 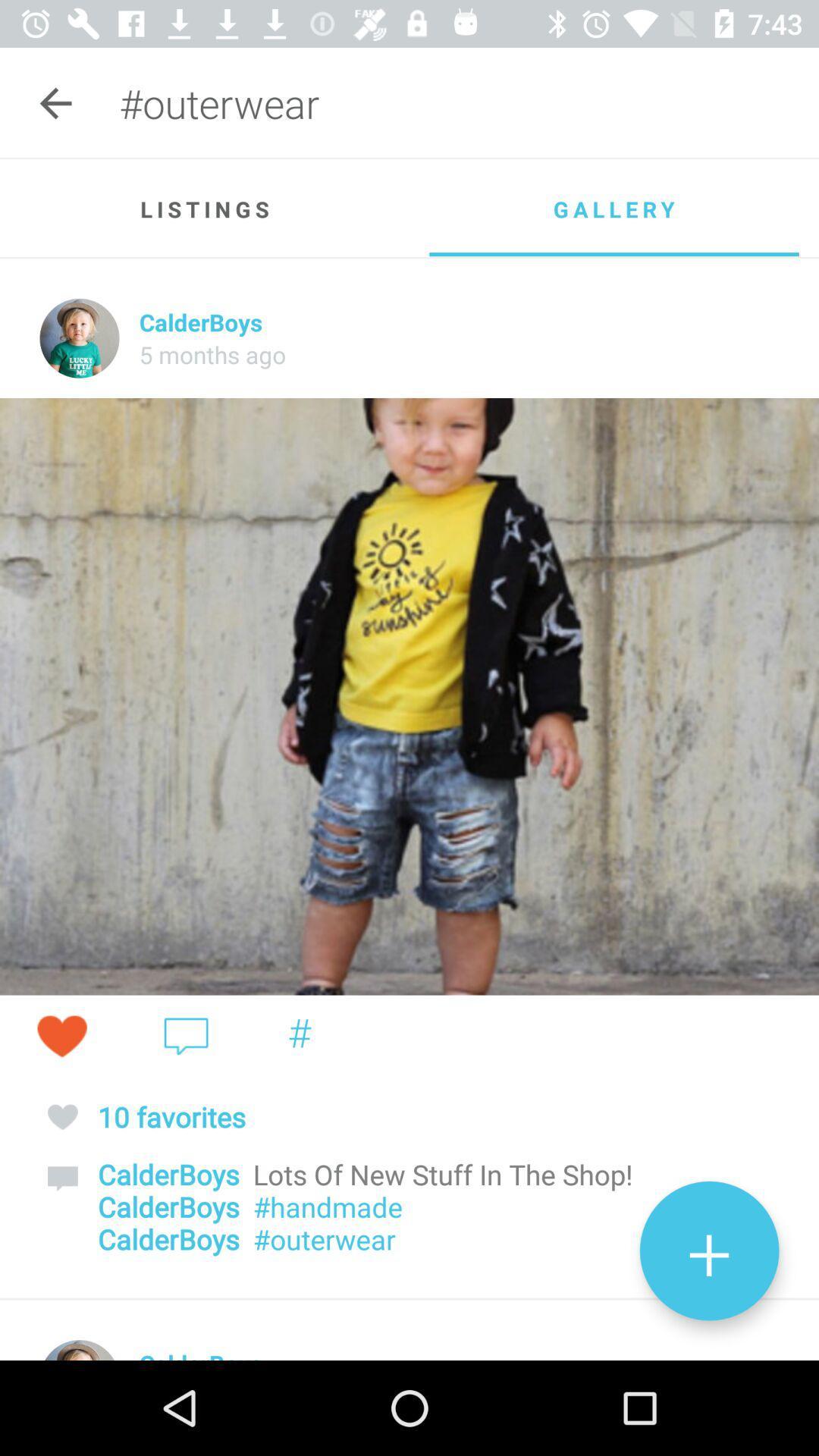 What do you see at coordinates (185, 1035) in the screenshot?
I see `leave a comment` at bounding box center [185, 1035].